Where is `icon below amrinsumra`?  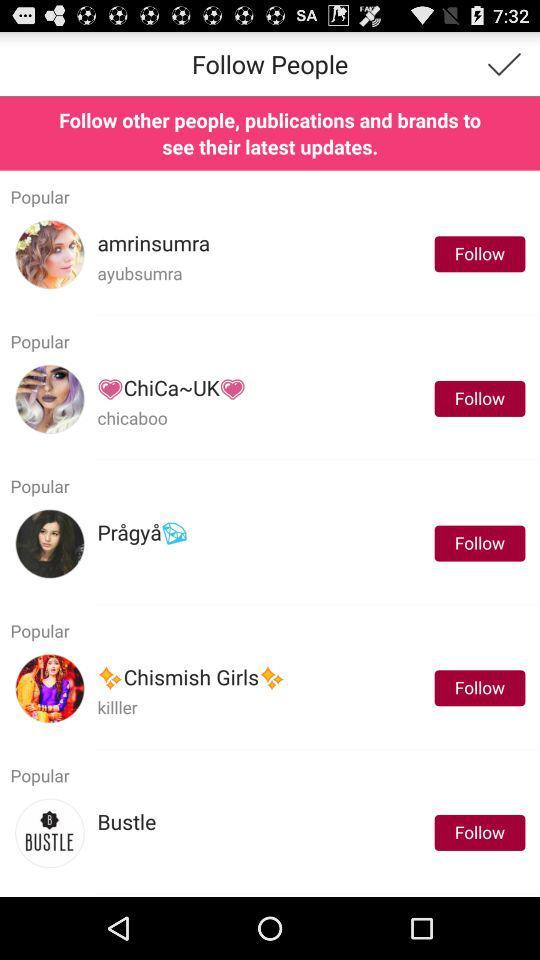
icon below amrinsumra is located at coordinates (139, 272).